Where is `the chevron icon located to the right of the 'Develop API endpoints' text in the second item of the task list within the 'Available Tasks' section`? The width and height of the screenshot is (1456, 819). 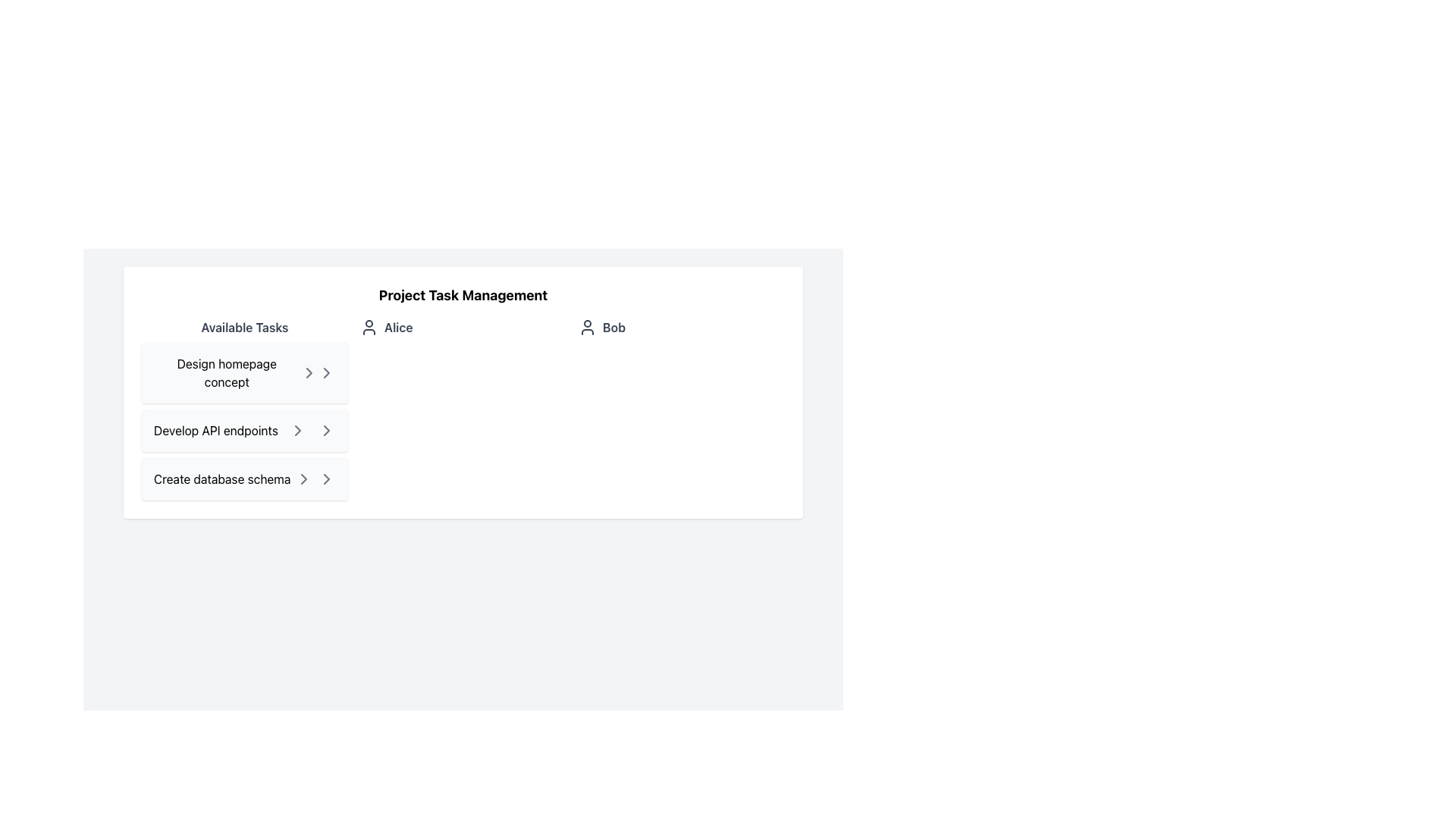 the chevron icon located to the right of the 'Develop API endpoints' text in the second item of the task list within the 'Available Tasks' section is located at coordinates (326, 430).